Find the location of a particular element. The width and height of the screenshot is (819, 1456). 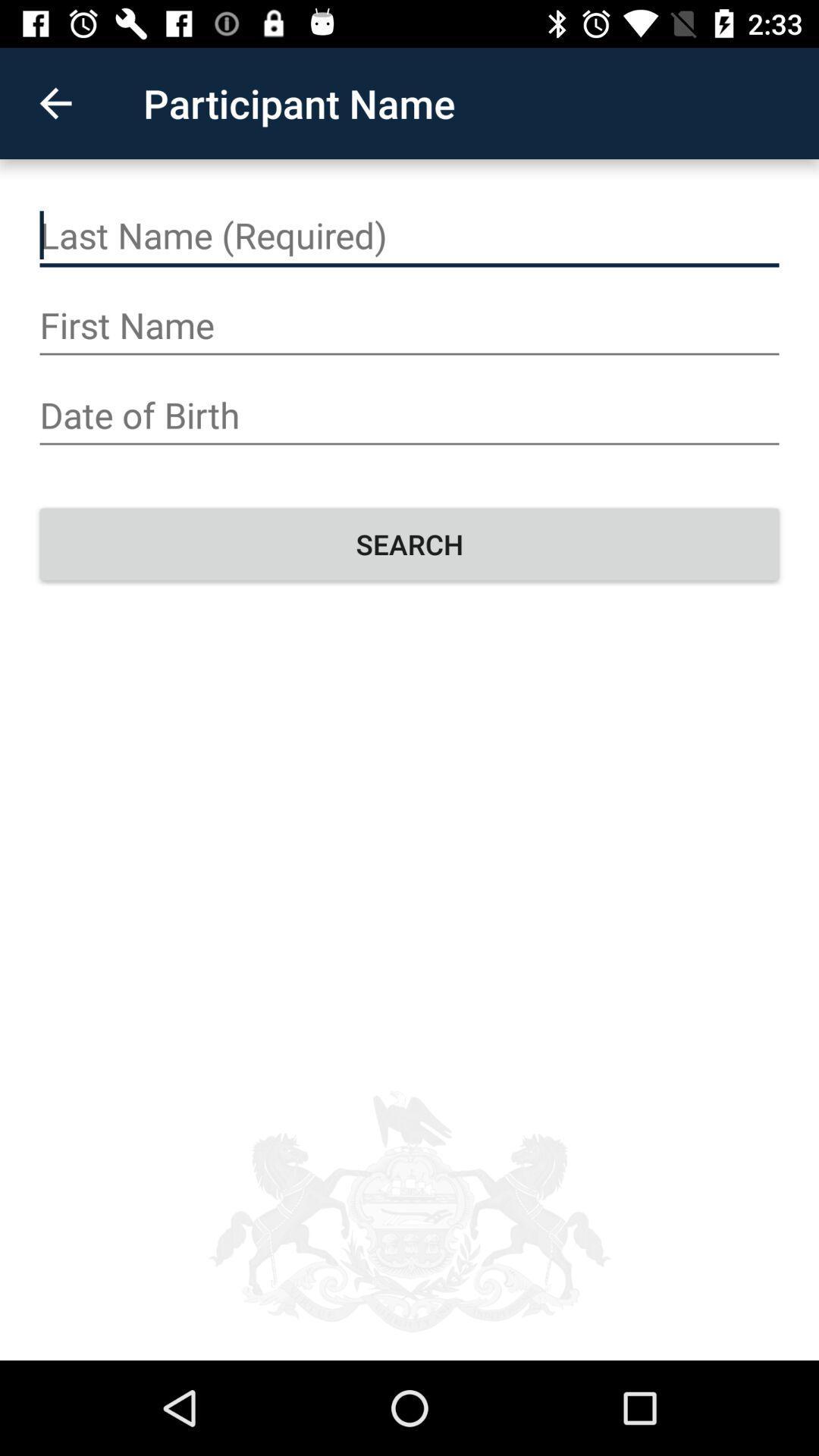

last name is located at coordinates (409, 235).